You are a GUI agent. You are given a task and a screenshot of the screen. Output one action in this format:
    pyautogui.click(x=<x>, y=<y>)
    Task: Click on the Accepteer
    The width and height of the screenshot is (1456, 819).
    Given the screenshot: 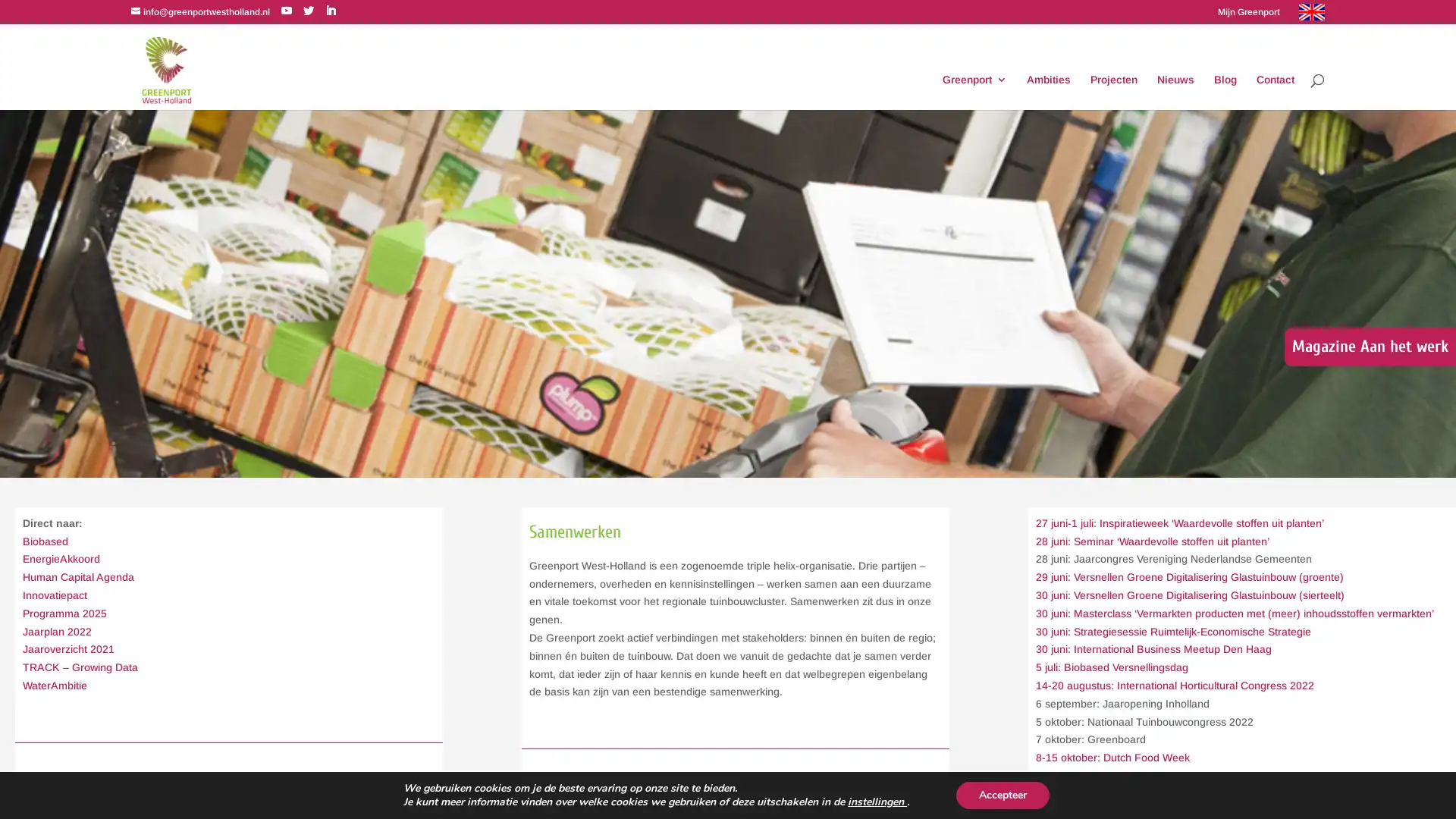 What is the action you would take?
    pyautogui.click(x=1002, y=795)
    